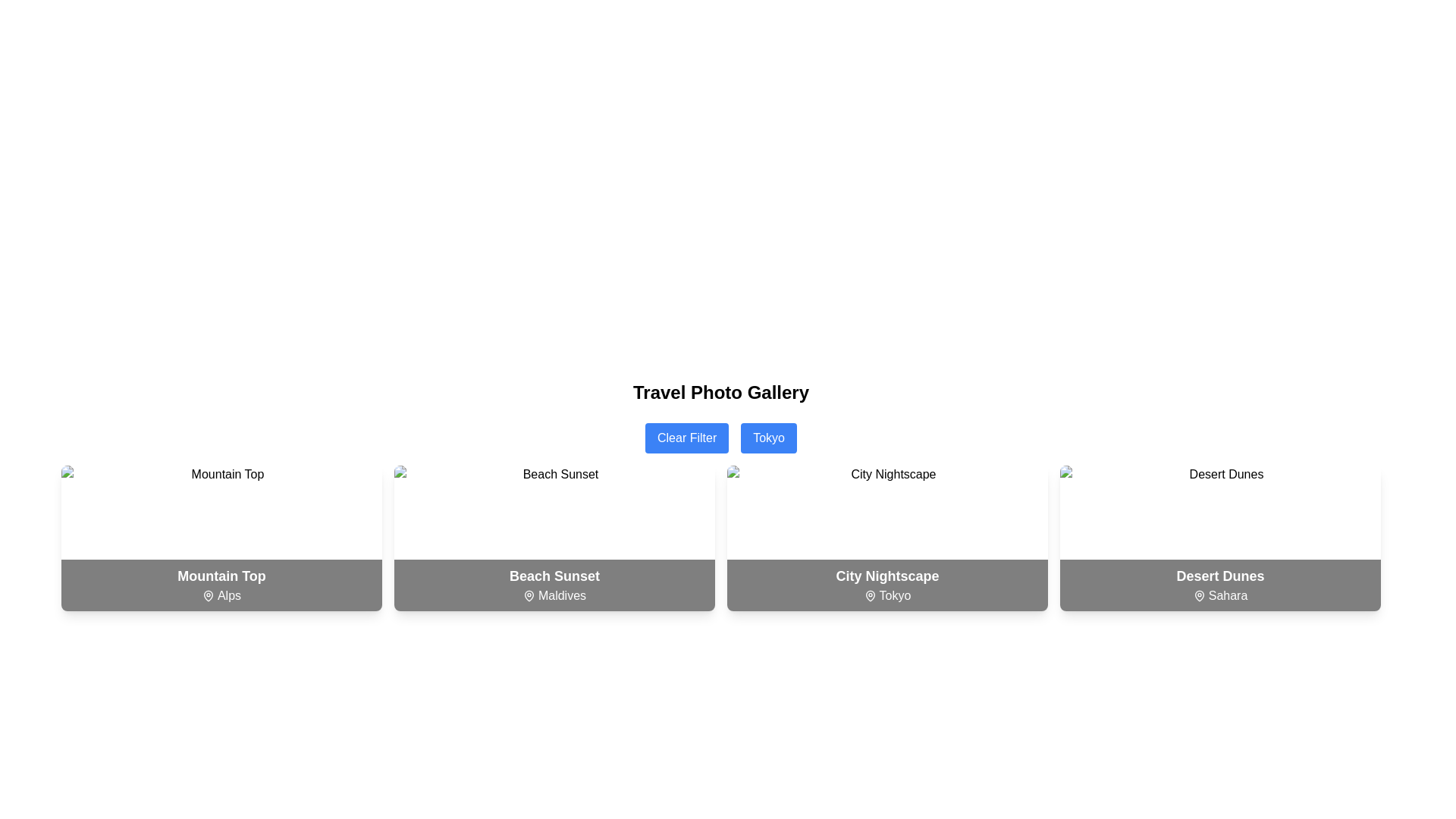 The image size is (1456, 819). I want to click on text content of the 'Alps' label located at the bottom of the 'Mountain Top' card, which includes a location pin icon to its left, so click(221, 595).